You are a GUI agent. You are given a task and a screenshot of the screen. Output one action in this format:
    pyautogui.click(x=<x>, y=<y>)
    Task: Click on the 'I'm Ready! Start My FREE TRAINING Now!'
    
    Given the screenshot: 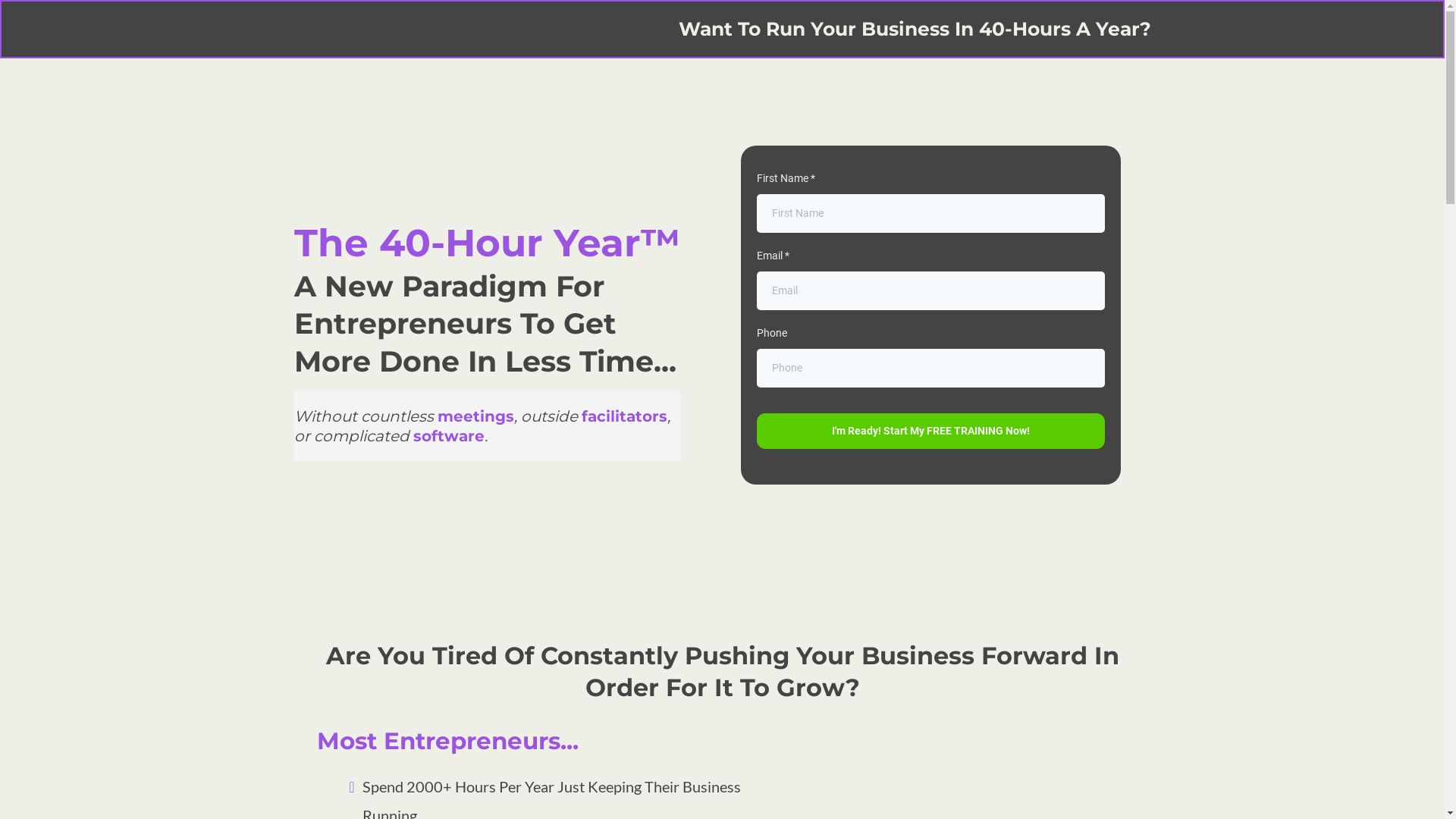 What is the action you would take?
    pyautogui.click(x=930, y=431)
    